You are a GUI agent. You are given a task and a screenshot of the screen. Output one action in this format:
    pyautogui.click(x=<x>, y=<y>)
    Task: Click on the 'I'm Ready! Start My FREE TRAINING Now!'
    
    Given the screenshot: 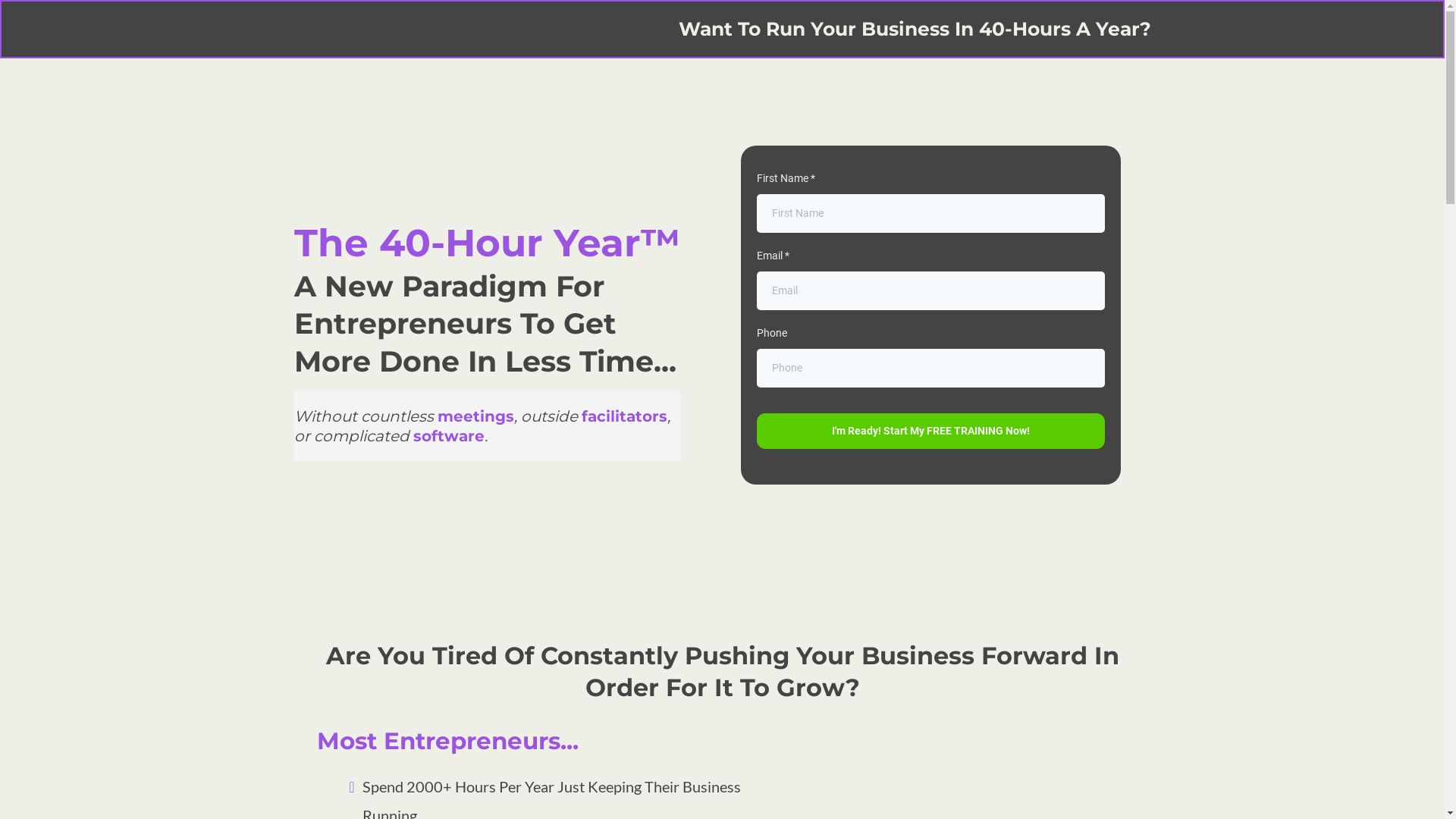 What is the action you would take?
    pyautogui.click(x=930, y=431)
    